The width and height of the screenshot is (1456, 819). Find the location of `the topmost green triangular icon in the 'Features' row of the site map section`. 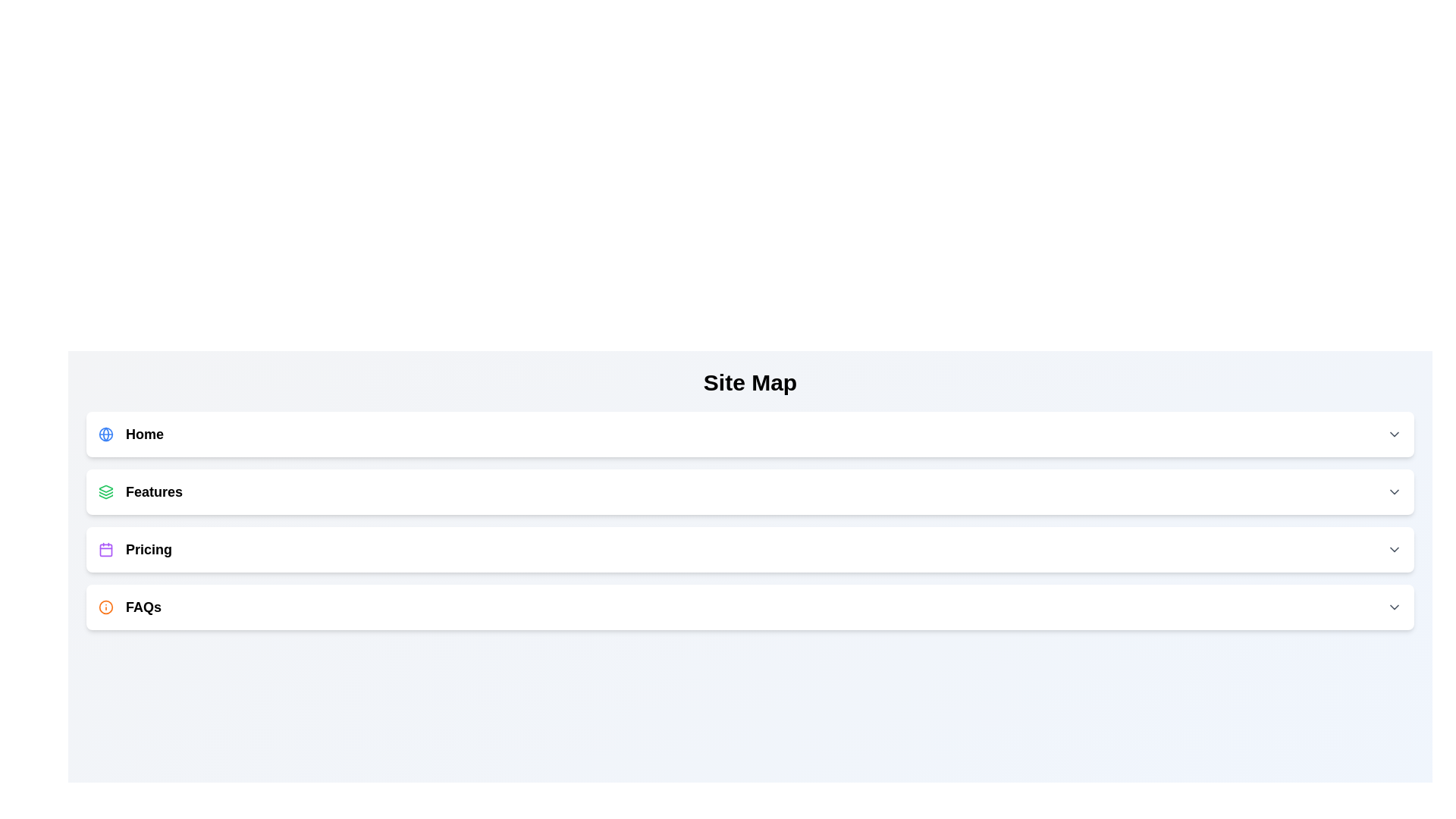

the topmost green triangular icon in the 'Features' row of the site map section is located at coordinates (105, 488).